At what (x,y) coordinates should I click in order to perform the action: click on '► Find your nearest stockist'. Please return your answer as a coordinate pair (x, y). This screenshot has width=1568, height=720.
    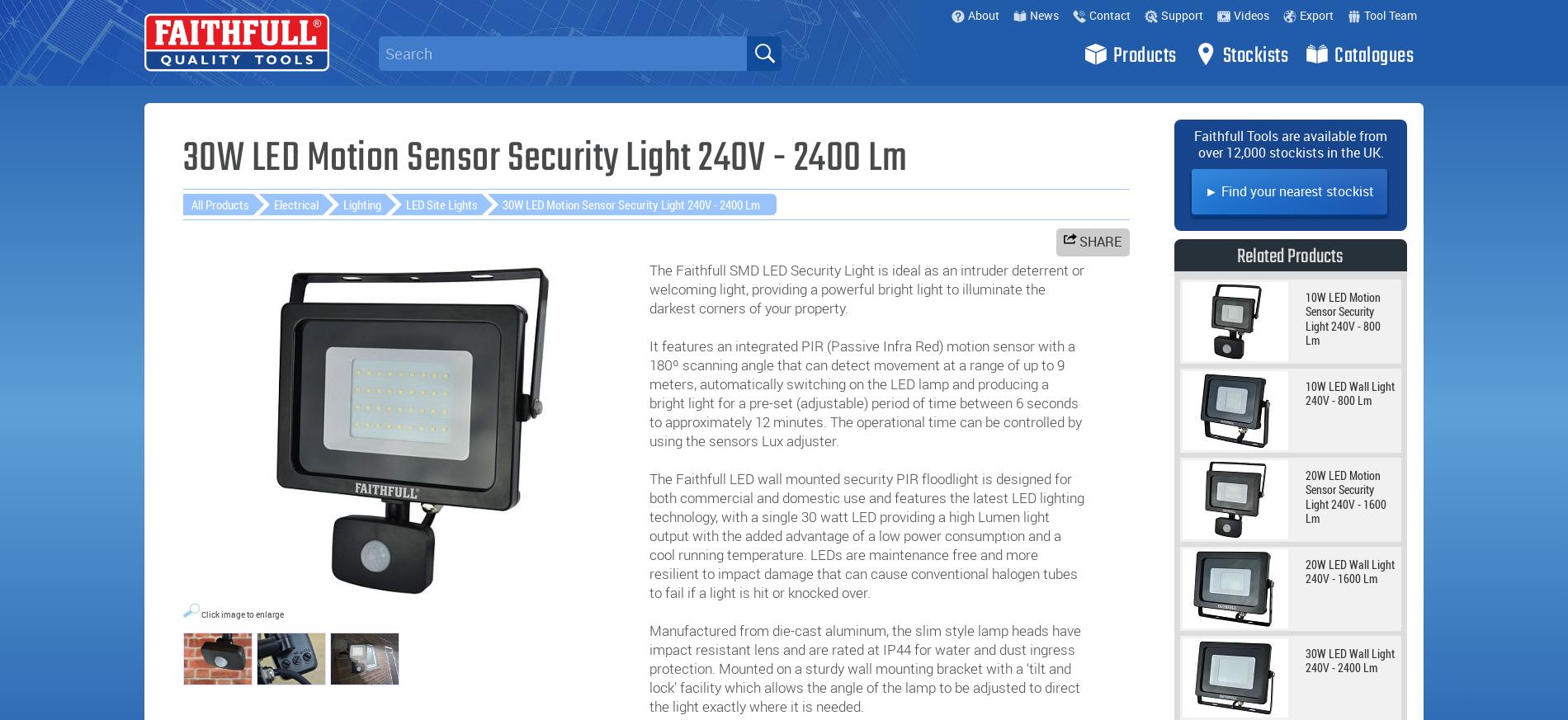
    Looking at the image, I should click on (1204, 191).